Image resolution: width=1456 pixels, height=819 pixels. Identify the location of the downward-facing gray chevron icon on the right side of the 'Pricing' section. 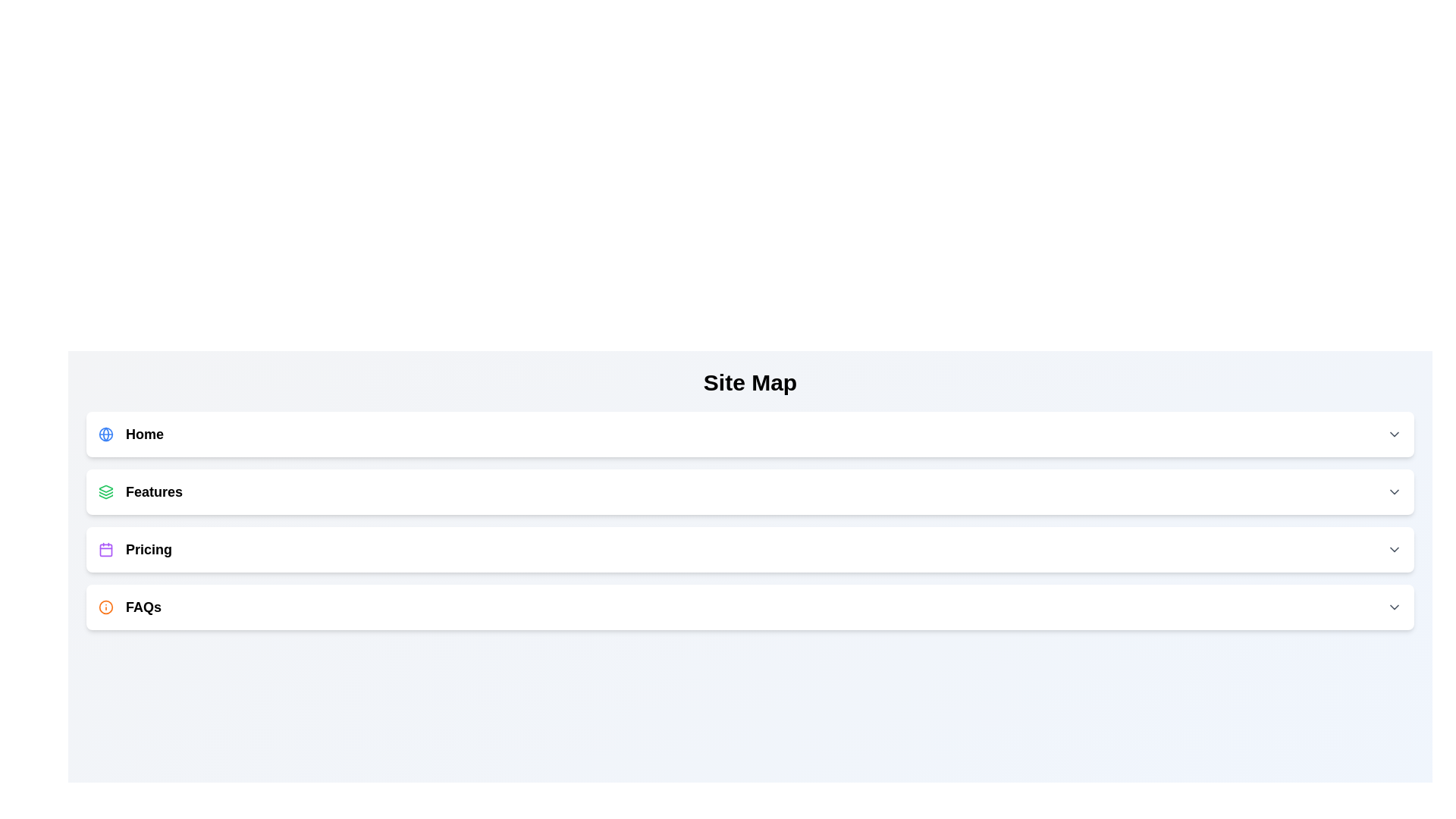
(1394, 550).